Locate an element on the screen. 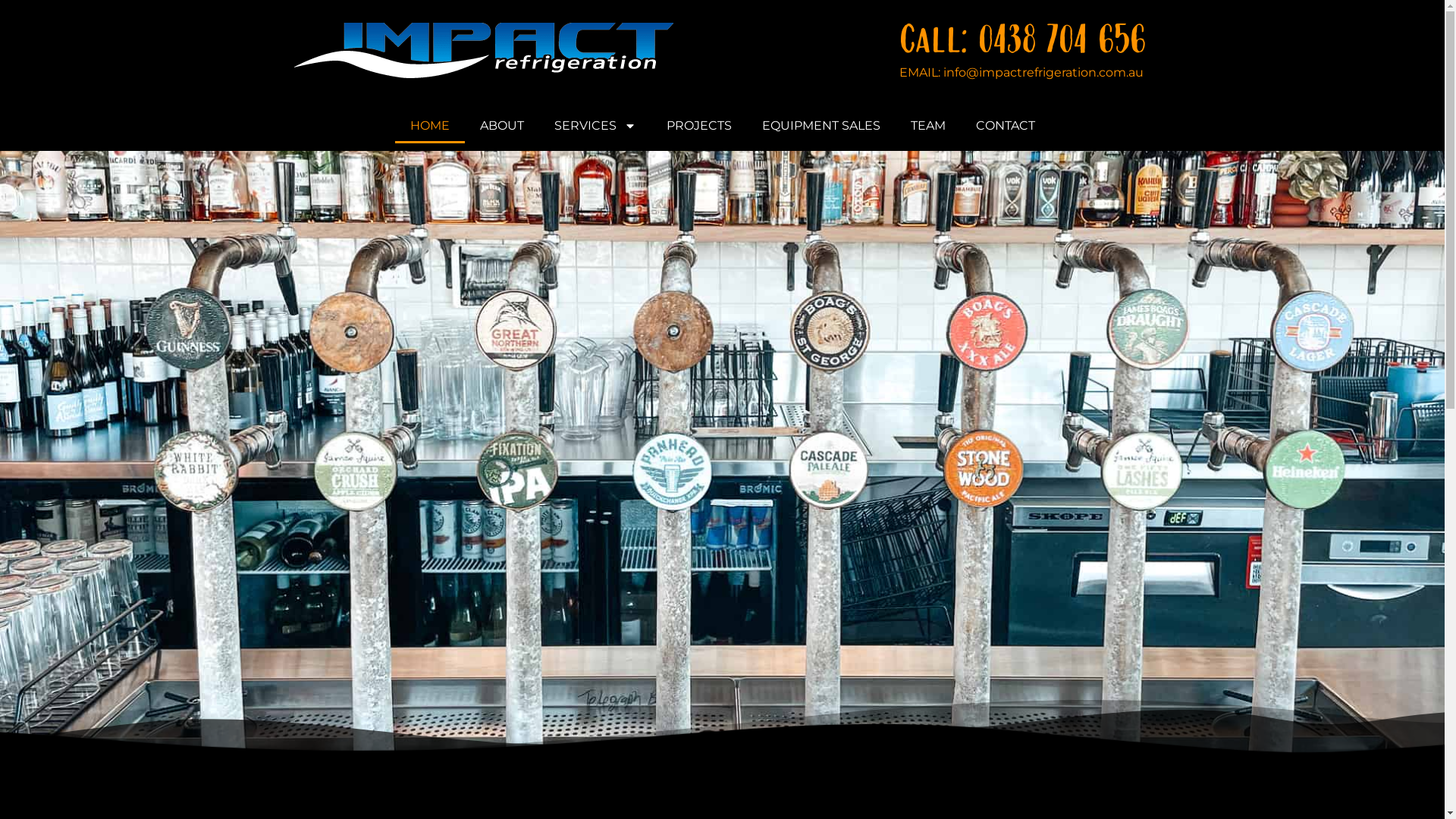  'EQUIPMENT SALES' is located at coordinates (819, 124).